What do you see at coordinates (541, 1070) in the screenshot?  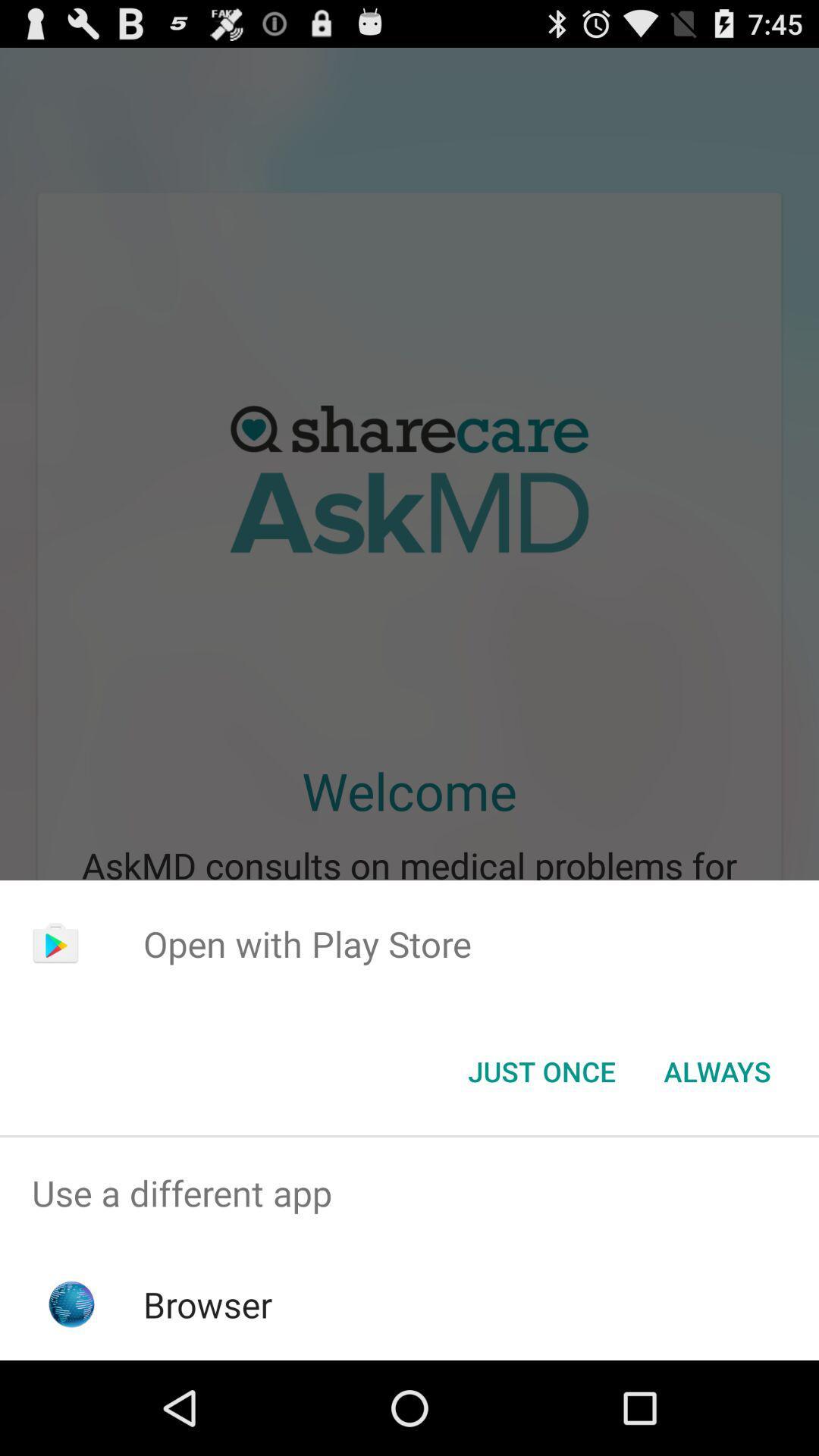 I see `the just once button` at bounding box center [541, 1070].